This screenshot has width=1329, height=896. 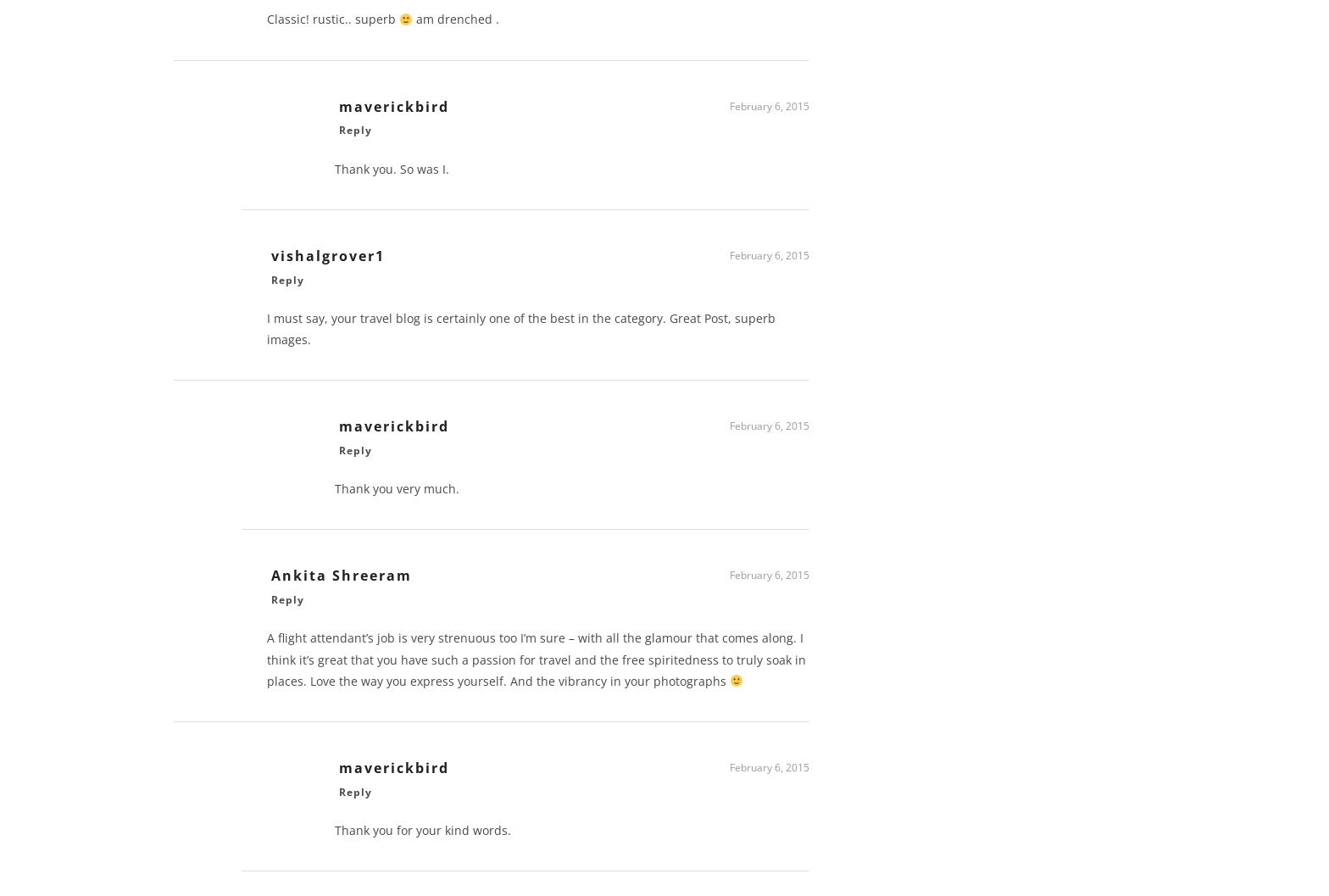 What do you see at coordinates (397, 493) in the screenshot?
I see `'Thank you very much.'` at bounding box center [397, 493].